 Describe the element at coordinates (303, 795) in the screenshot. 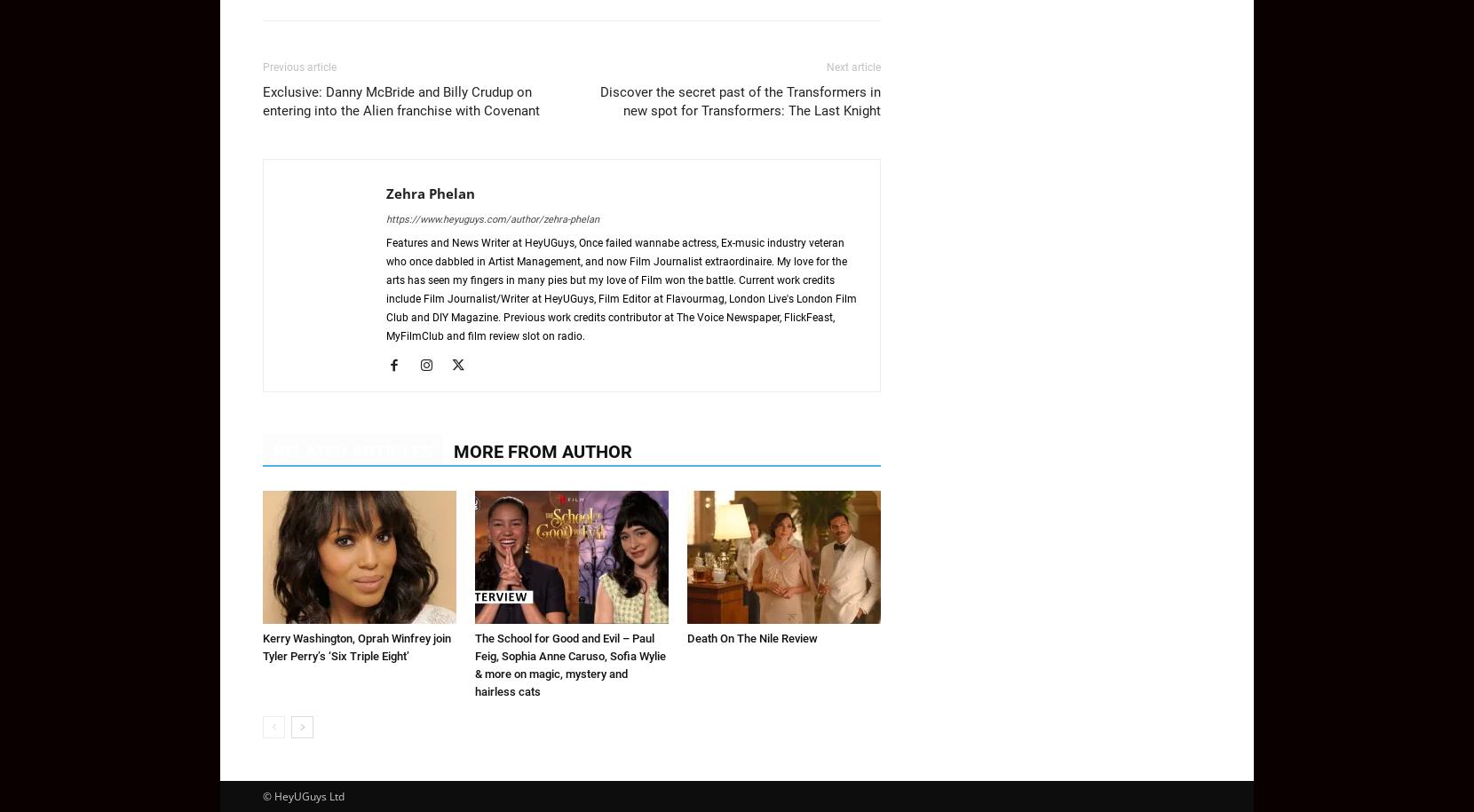

I see `'© HeyUGuys Ltd'` at that location.